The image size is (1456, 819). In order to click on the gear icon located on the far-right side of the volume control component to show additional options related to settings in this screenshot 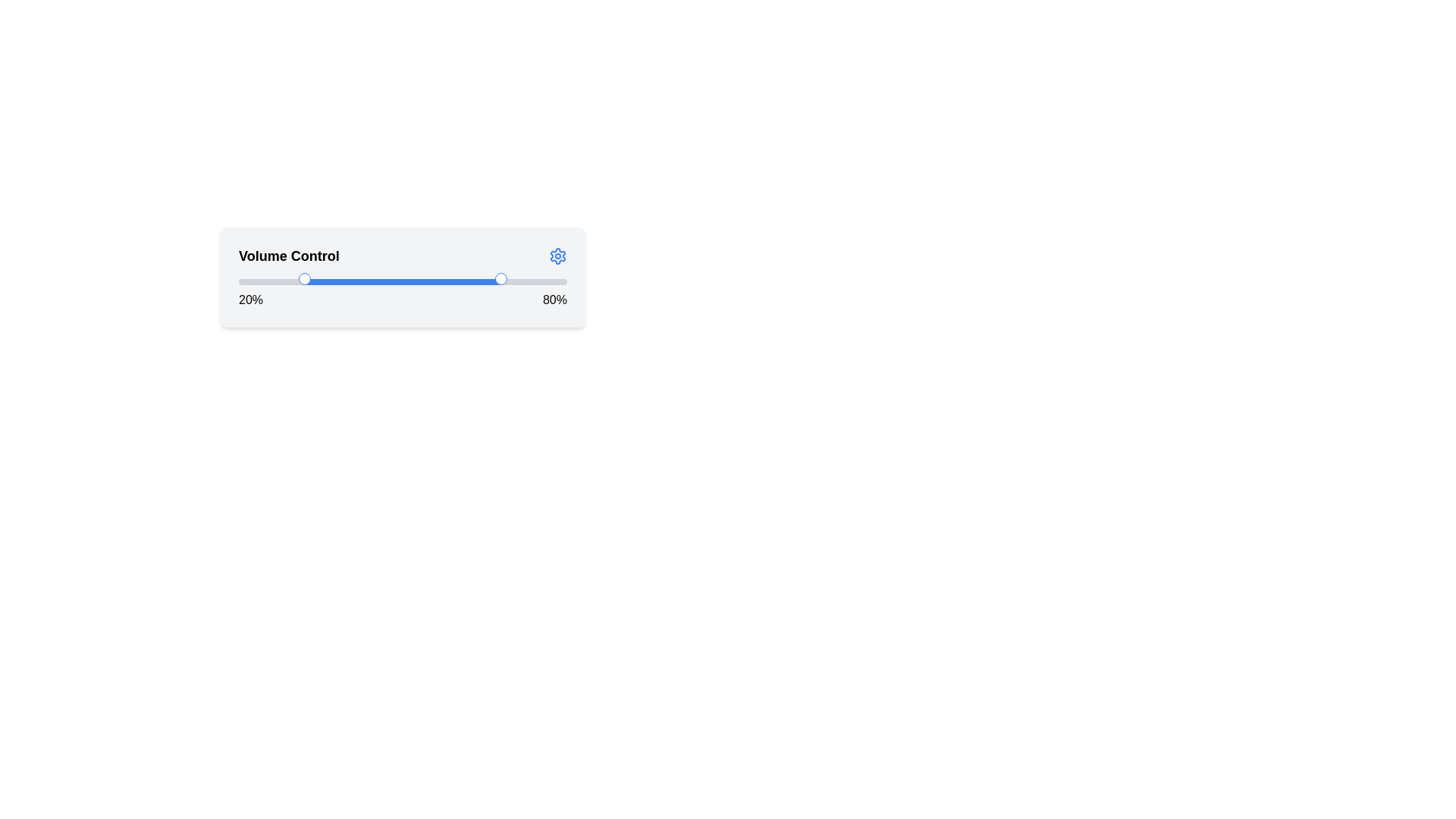, I will do `click(557, 256)`.